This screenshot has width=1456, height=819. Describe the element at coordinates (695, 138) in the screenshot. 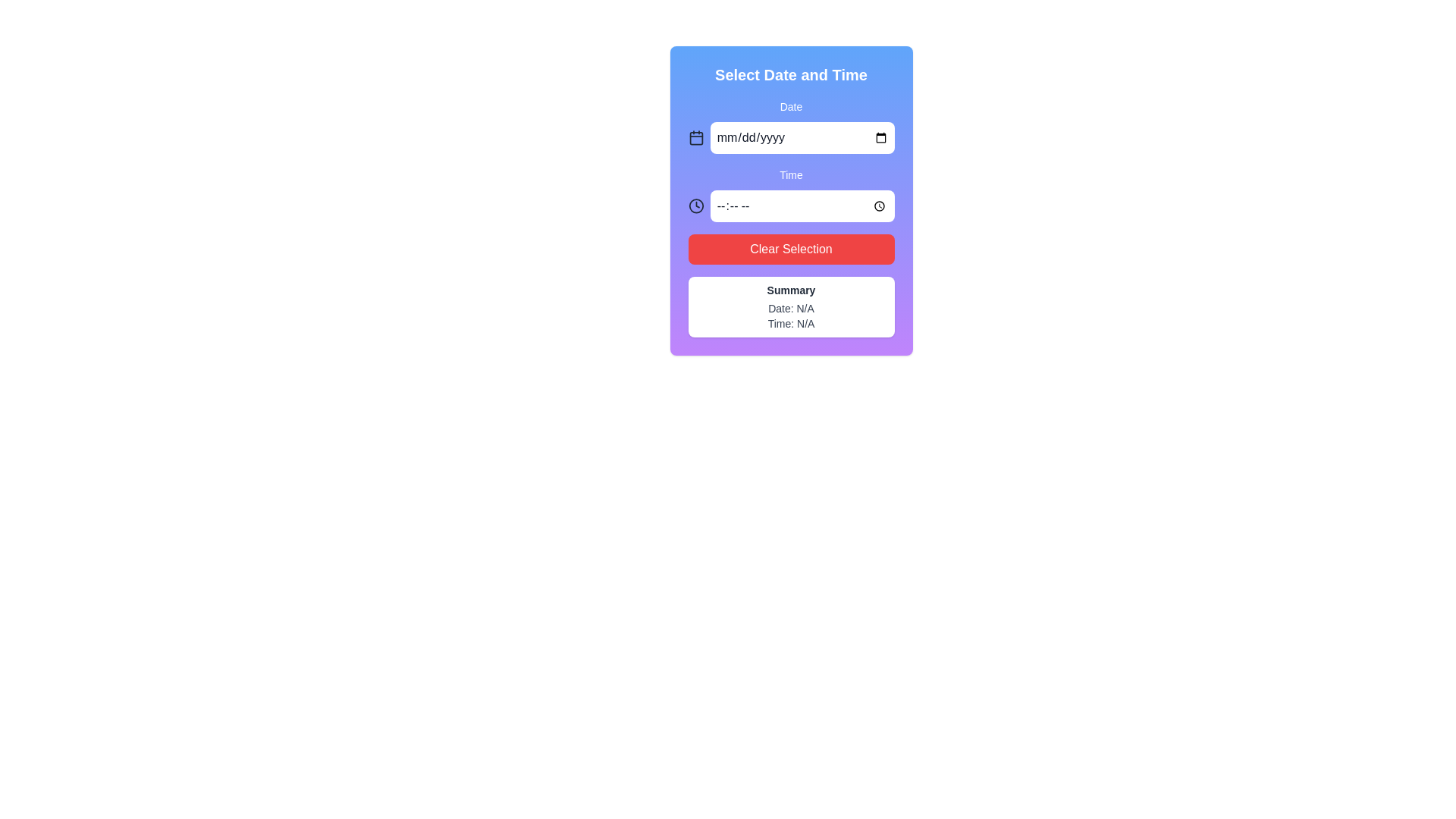

I see `the SVG Rectangle Component that represents the calendar feature, located before the 'mm/dd/yyyy' input field` at that location.